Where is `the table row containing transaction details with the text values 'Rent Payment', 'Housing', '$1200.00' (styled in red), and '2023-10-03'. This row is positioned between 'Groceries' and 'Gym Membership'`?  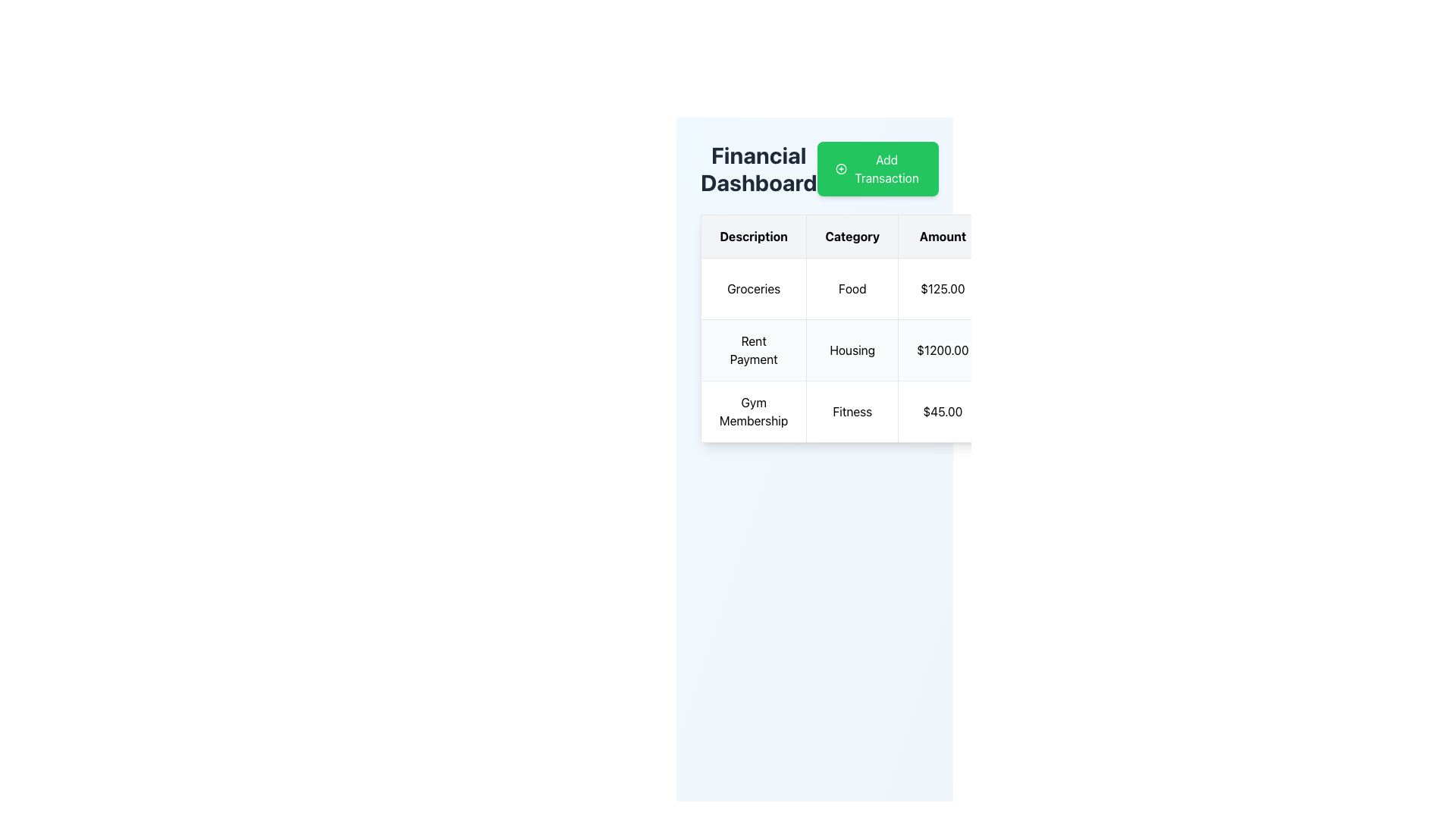 the table row containing transaction details with the text values 'Rent Payment', 'Housing', '$1200.00' (styled in red), and '2023-10-03'. This row is positioned between 'Groceries' and 'Gym Membership' is located at coordinates (927, 350).